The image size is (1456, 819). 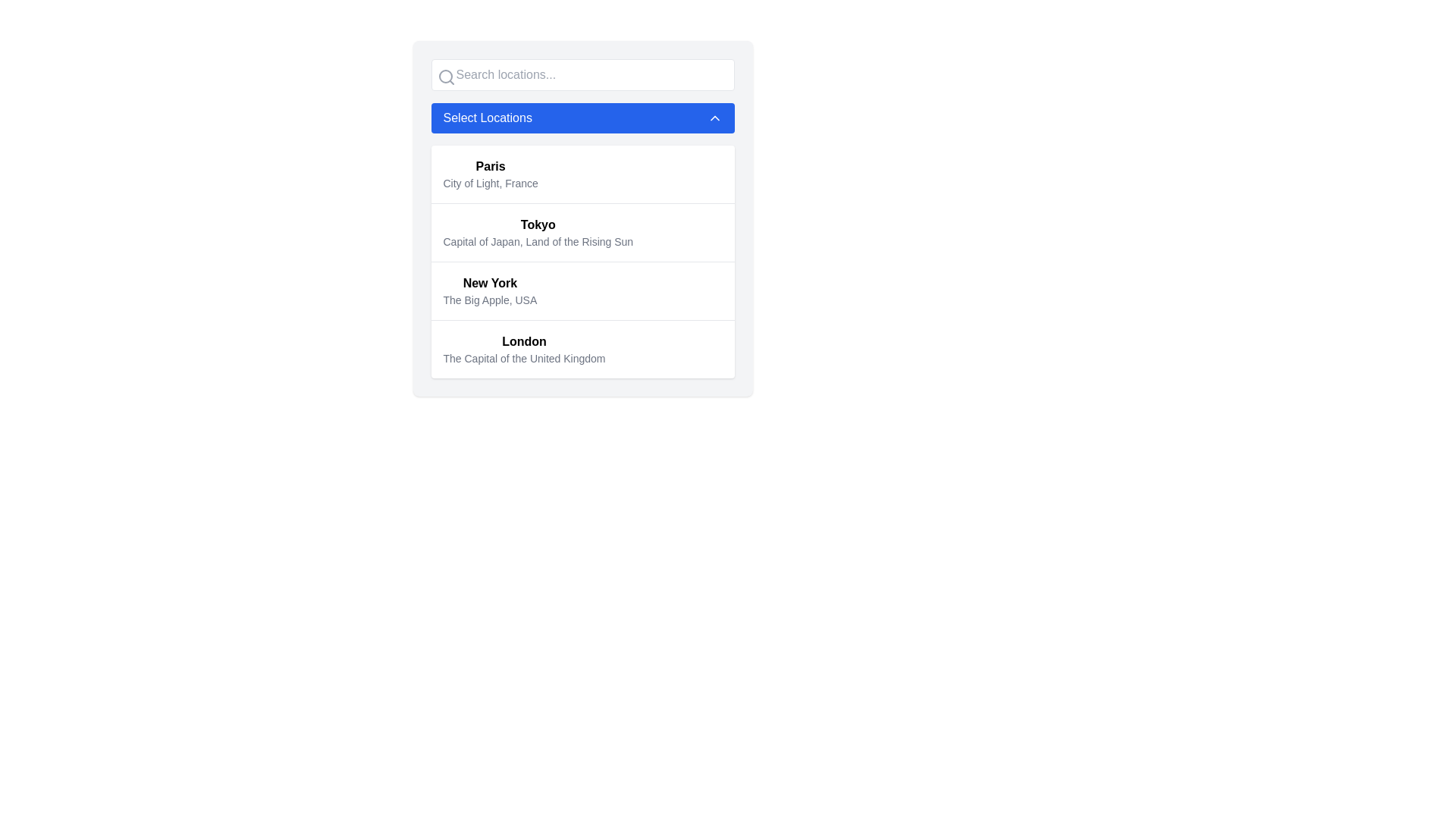 I want to click on the toggle icon button on the right edge of the 'Select Locations' section, so click(x=714, y=117).